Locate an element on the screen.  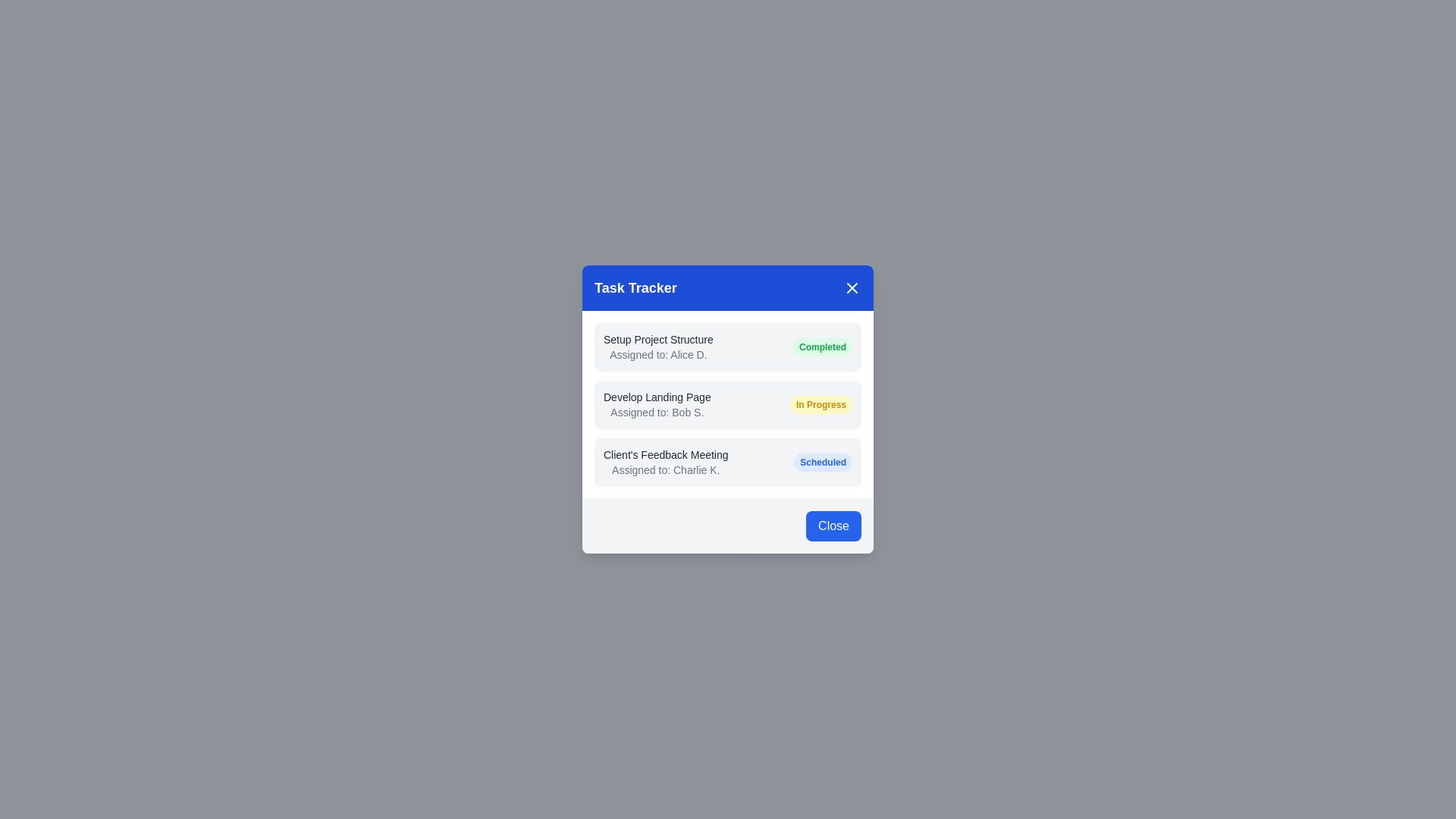
the task details area for Client's Feedback Meeting is located at coordinates (728, 461).